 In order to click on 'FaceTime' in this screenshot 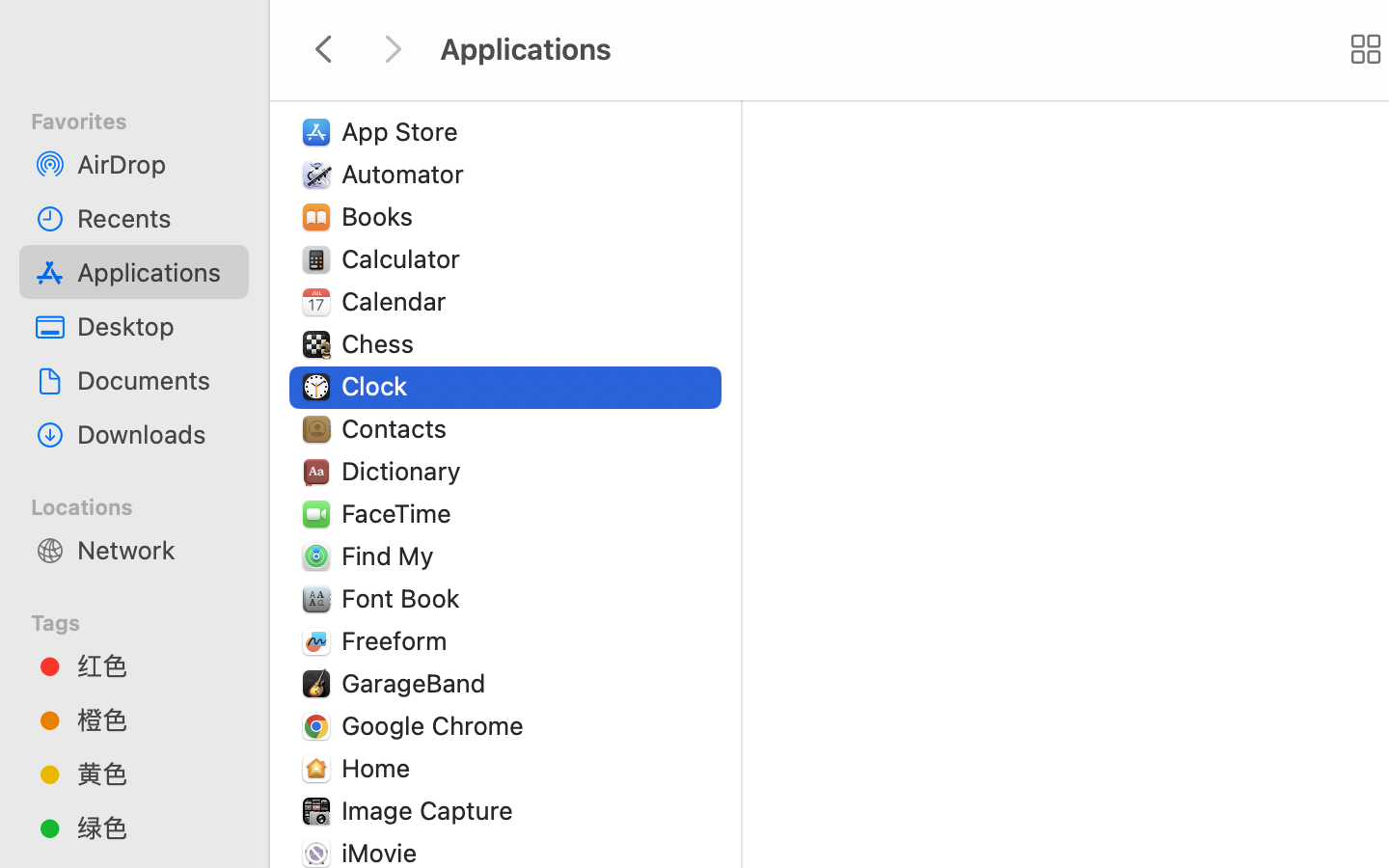, I will do `click(400, 511)`.